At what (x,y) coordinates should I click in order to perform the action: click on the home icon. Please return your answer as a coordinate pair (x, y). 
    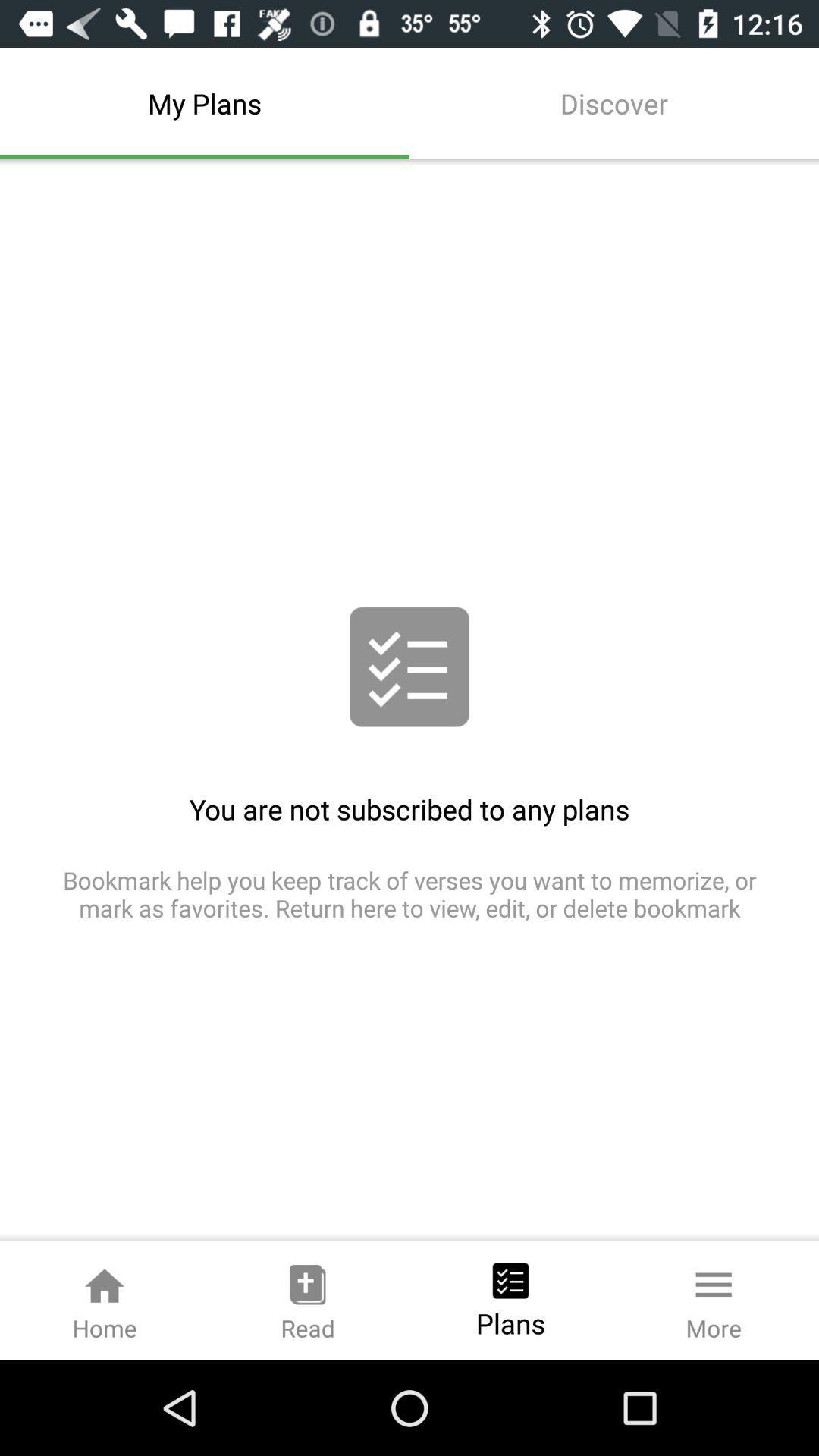
    Looking at the image, I should click on (104, 1300).